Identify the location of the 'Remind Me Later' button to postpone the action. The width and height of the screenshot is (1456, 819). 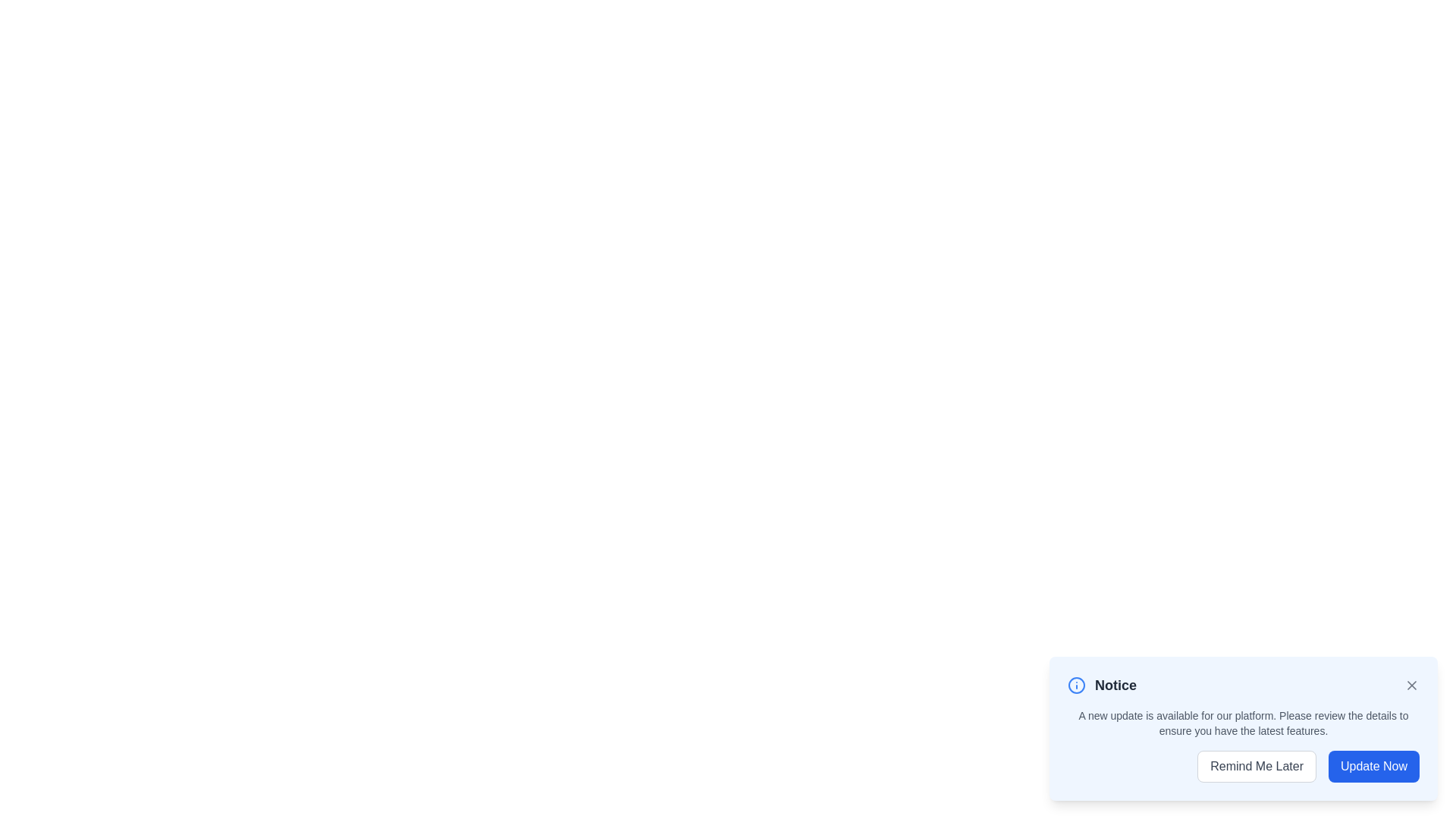
(1257, 766).